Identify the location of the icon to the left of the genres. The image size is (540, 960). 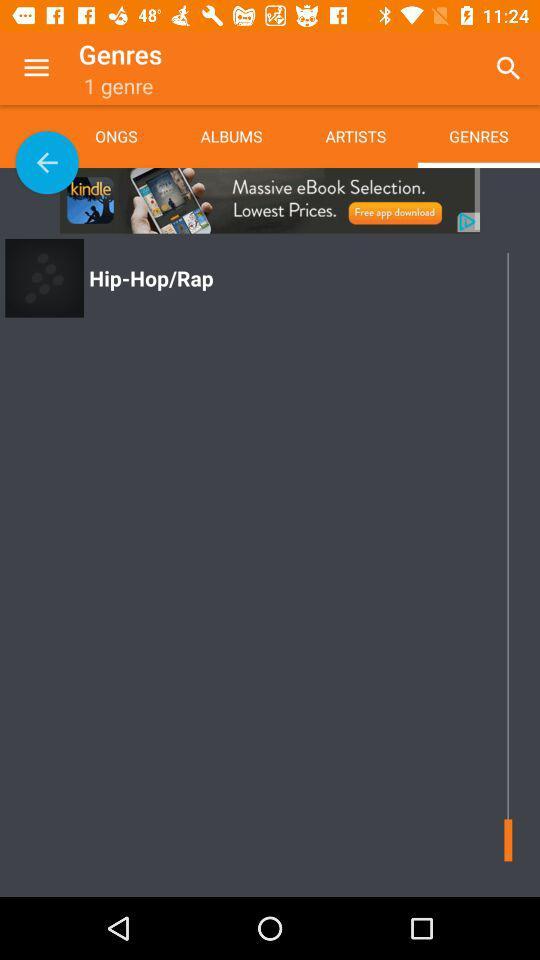
(354, 135).